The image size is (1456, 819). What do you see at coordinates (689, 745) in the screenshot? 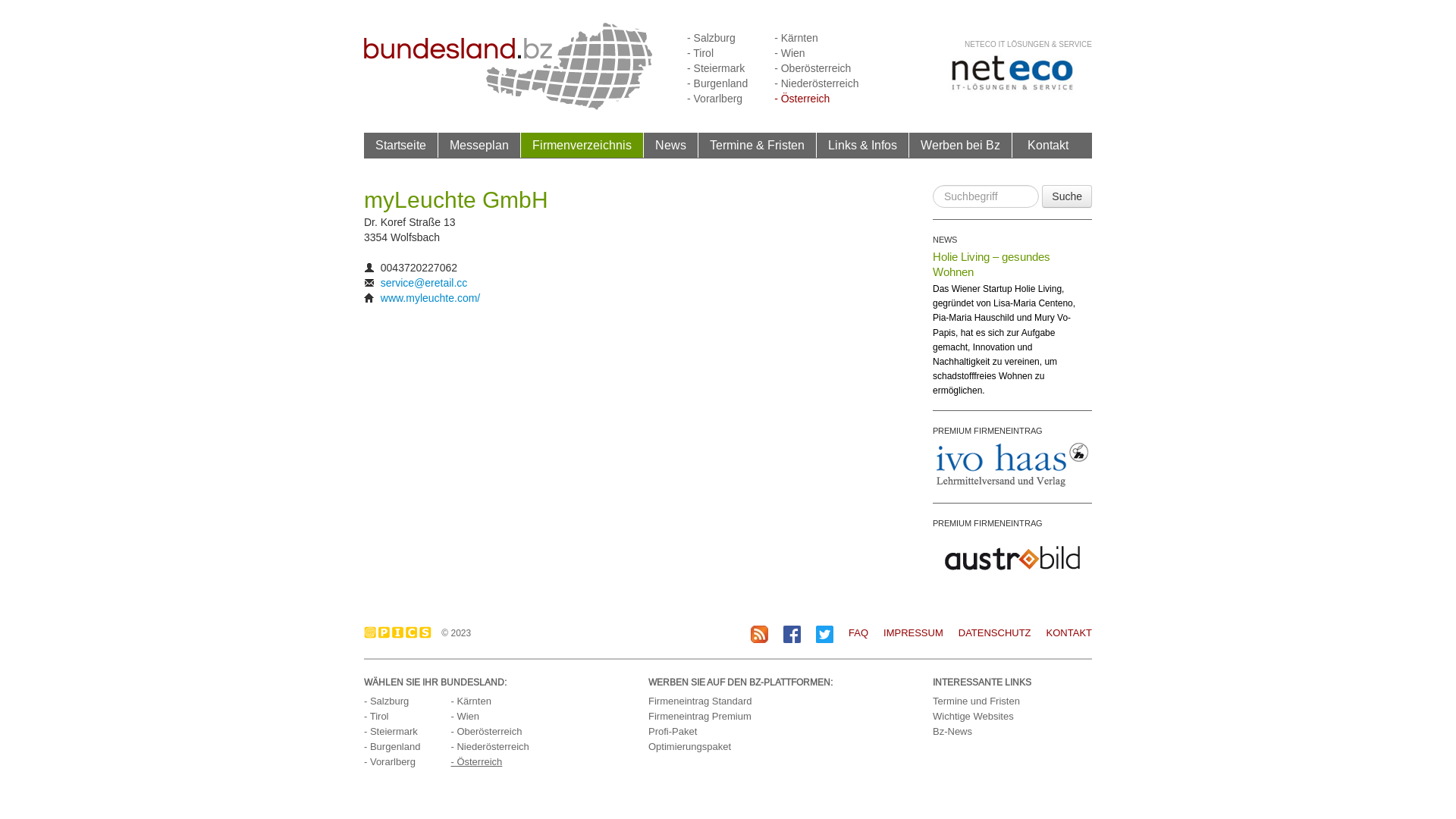
I see `'Optimierungspaket'` at bounding box center [689, 745].